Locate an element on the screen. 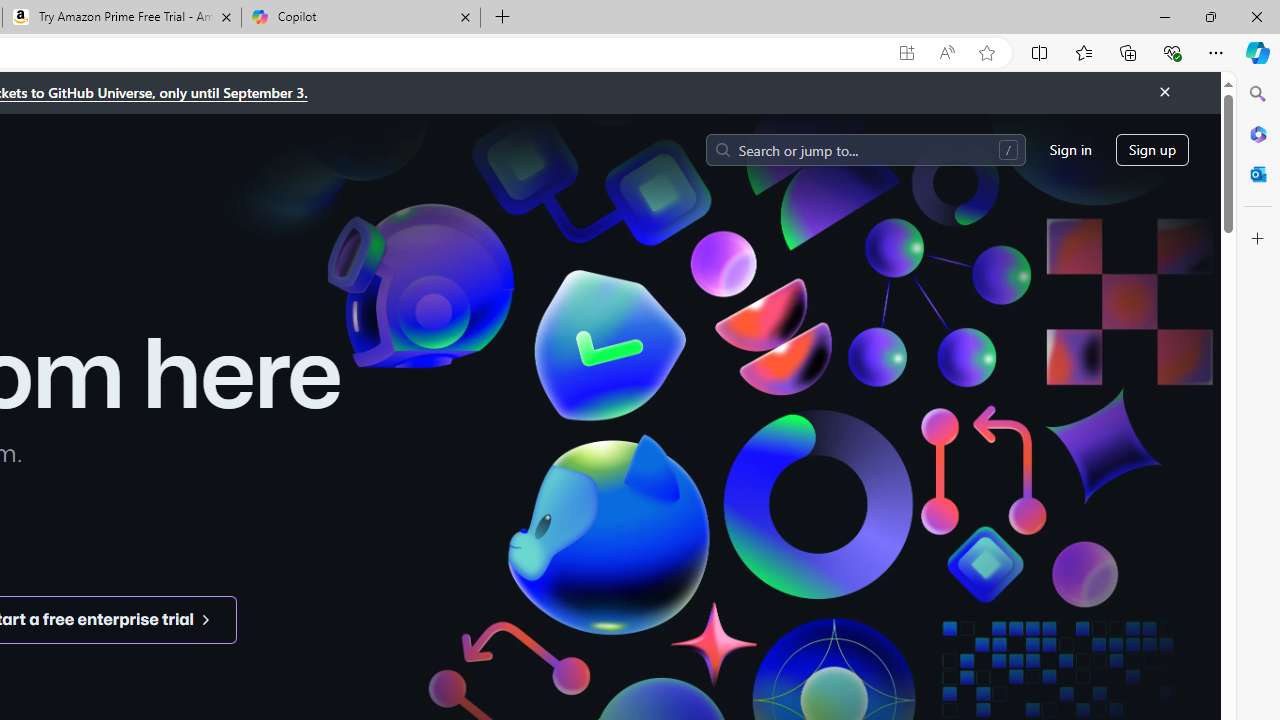 The image size is (1280, 720). 'Copilot (Ctrl+Shift+.)' is located at coordinates (1257, 51).